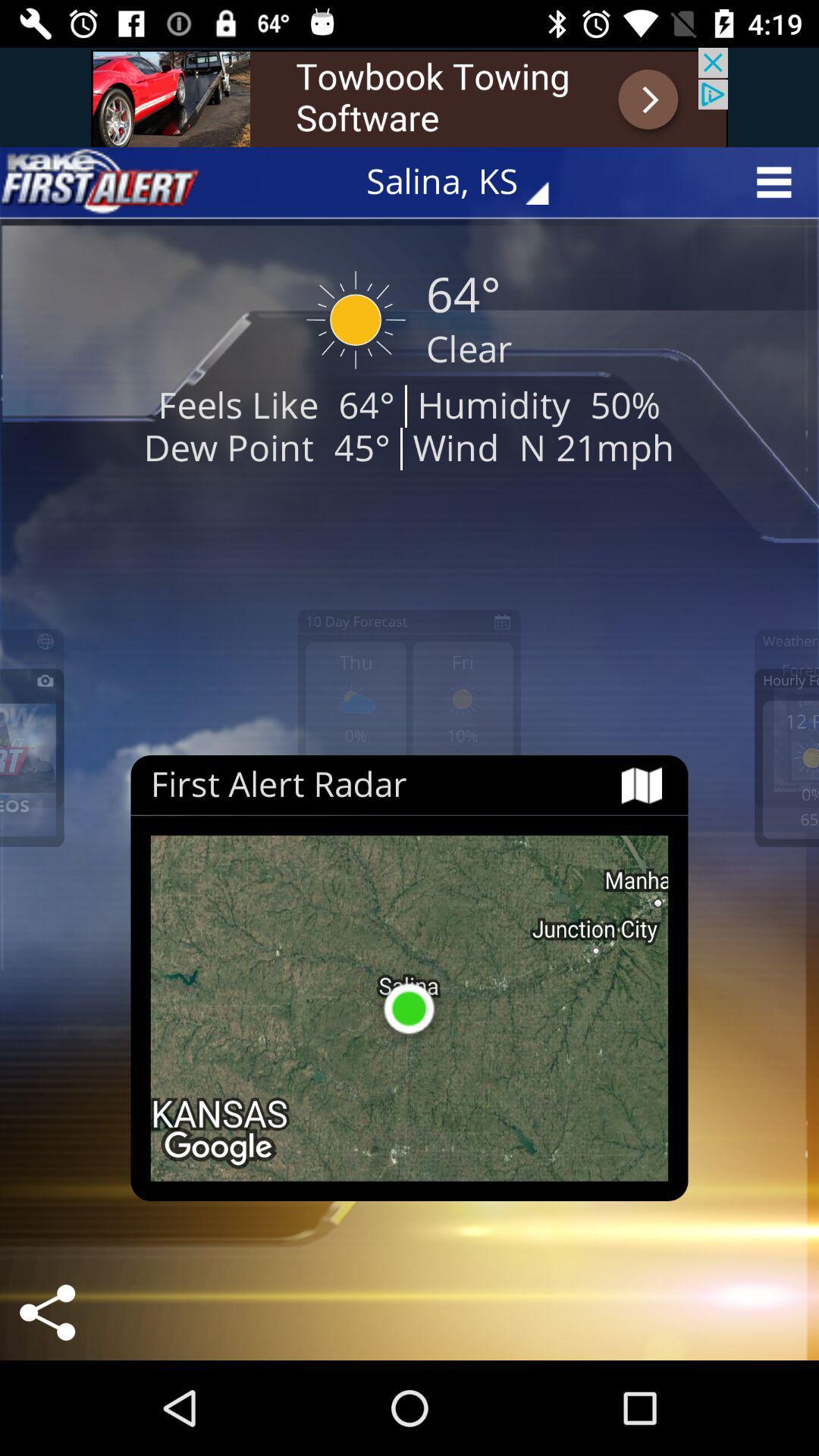  Describe the element at coordinates (46, 1312) in the screenshot. I see `the share icon` at that location.